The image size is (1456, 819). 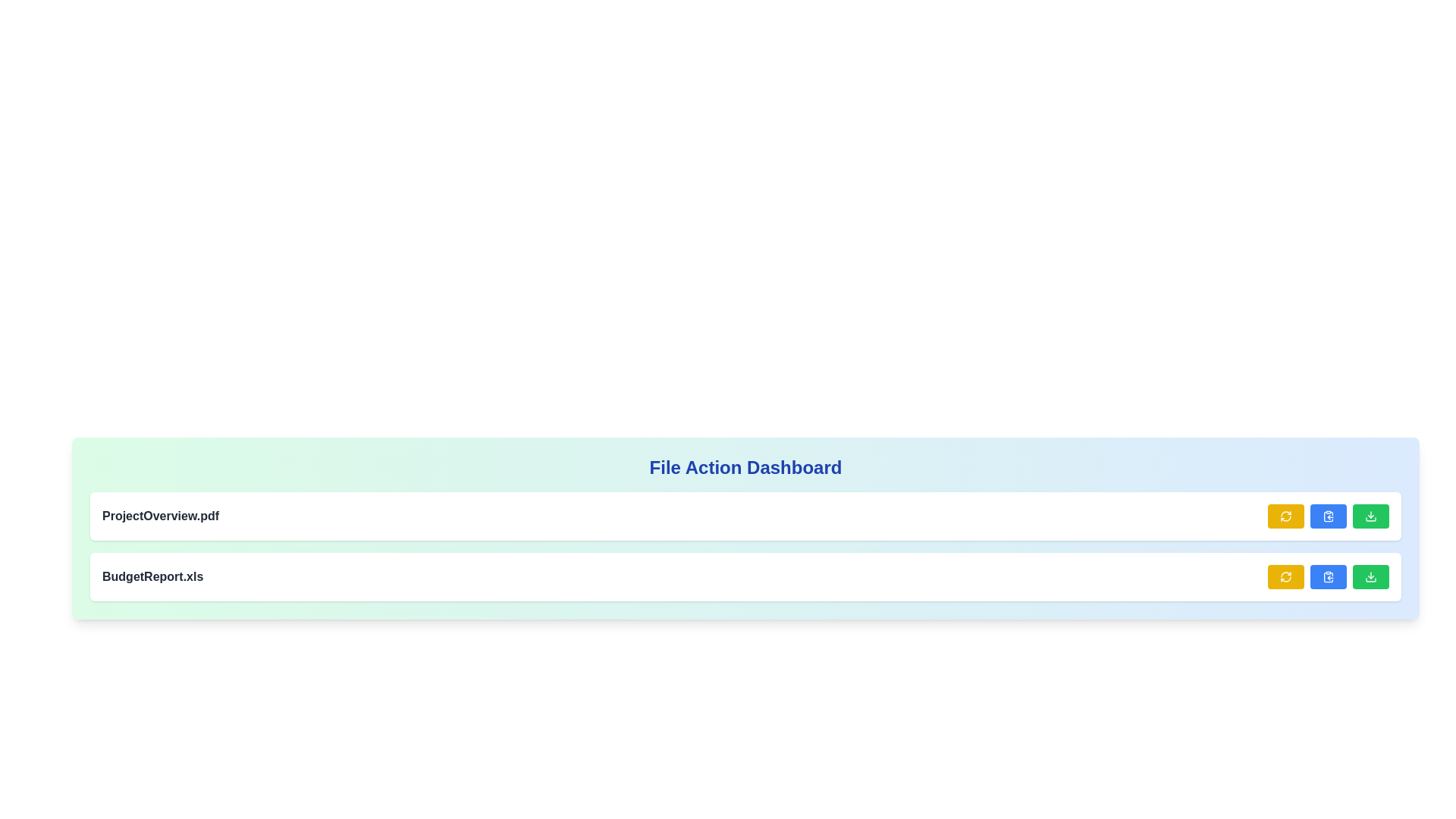 What do you see at coordinates (1328, 516) in the screenshot?
I see `the blue button with a clipboard icon` at bounding box center [1328, 516].